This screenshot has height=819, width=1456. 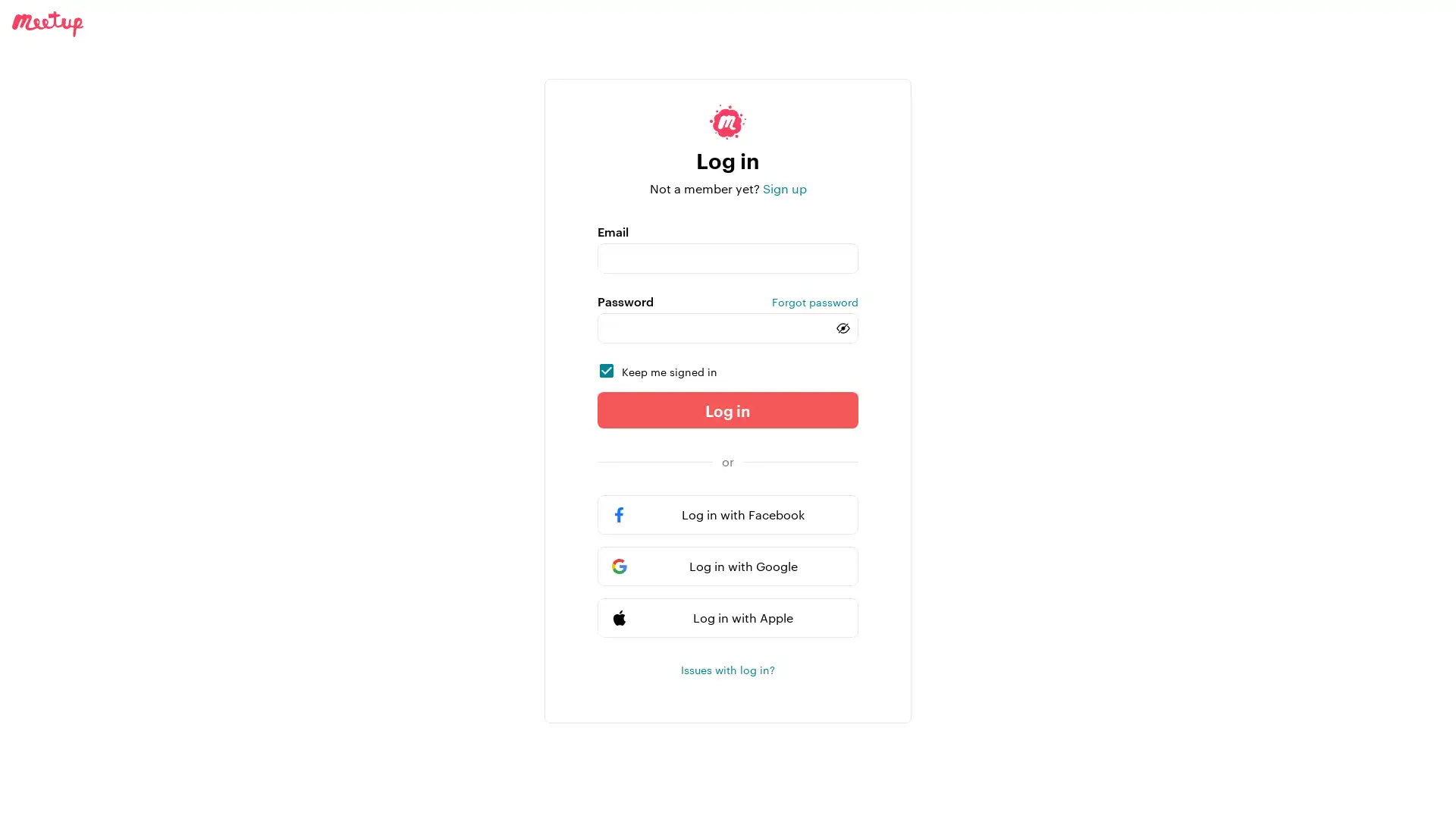 What do you see at coordinates (728, 566) in the screenshot?
I see `Log in with Google` at bounding box center [728, 566].